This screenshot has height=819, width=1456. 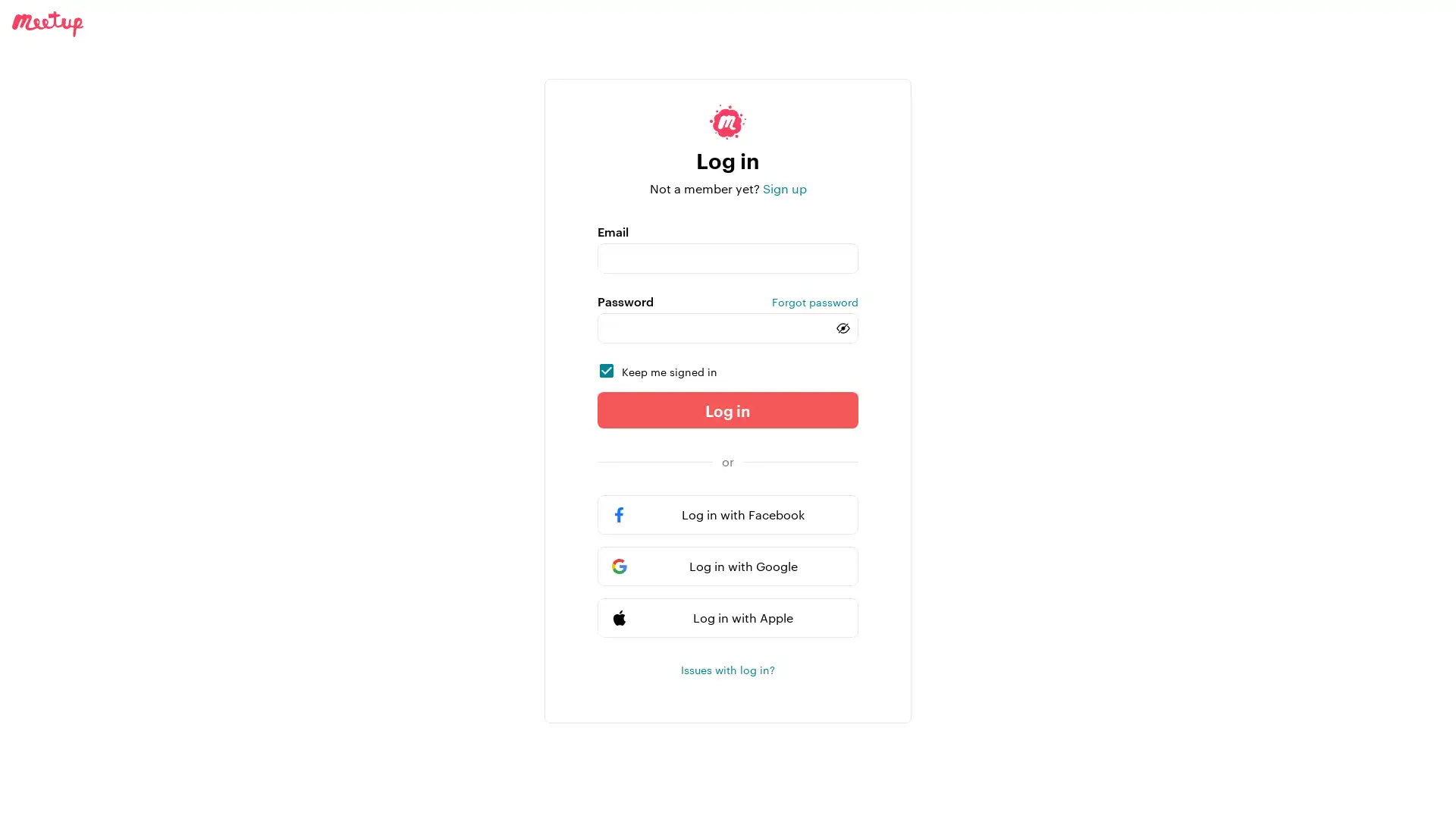 What do you see at coordinates (728, 566) in the screenshot?
I see `Log in with Google` at bounding box center [728, 566].